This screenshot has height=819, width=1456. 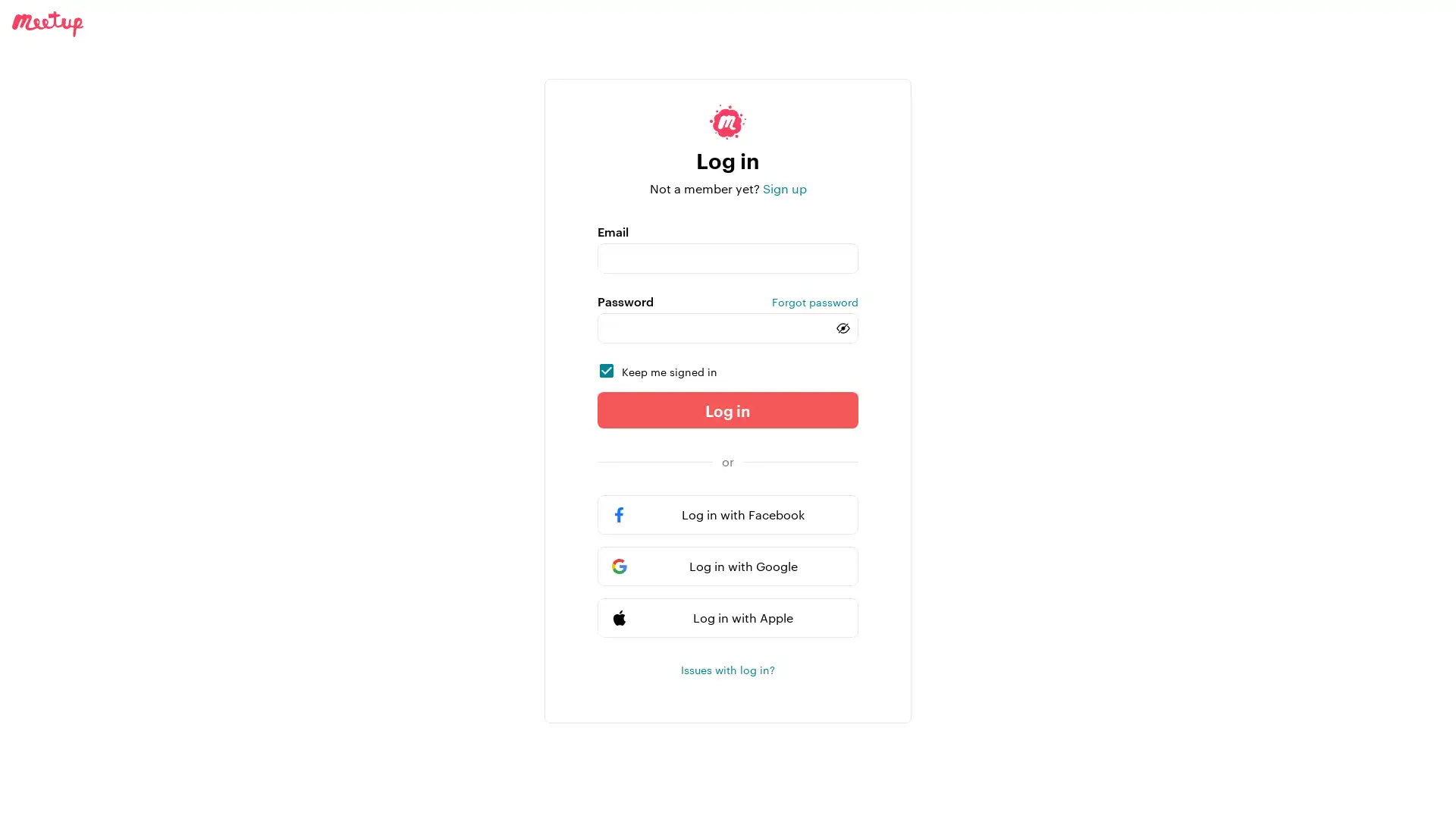 What do you see at coordinates (728, 566) in the screenshot?
I see `Log in with Google` at bounding box center [728, 566].